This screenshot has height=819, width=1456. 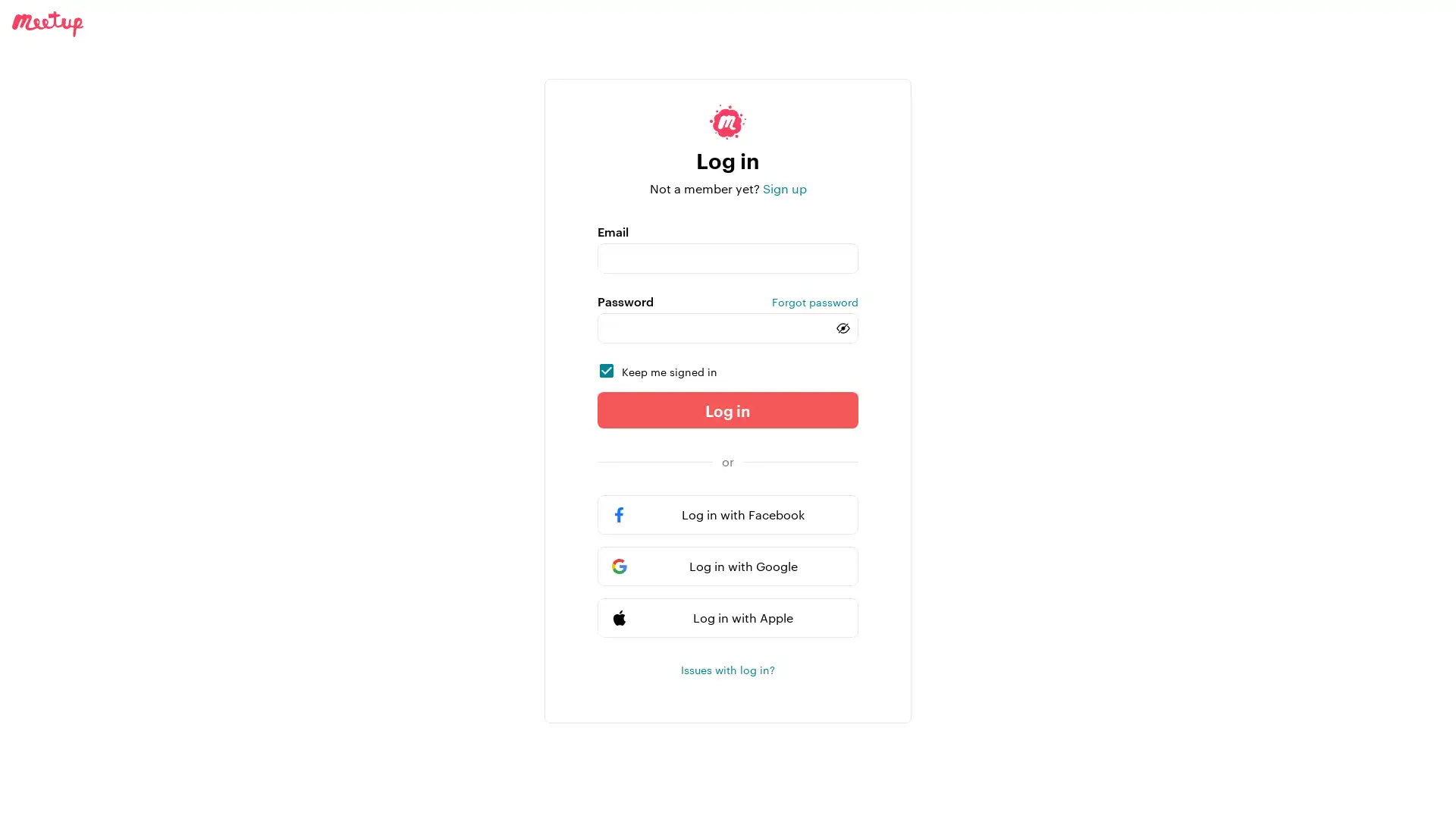 What do you see at coordinates (728, 566) in the screenshot?
I see `Log in with Google` at bounding box center [728, 566].